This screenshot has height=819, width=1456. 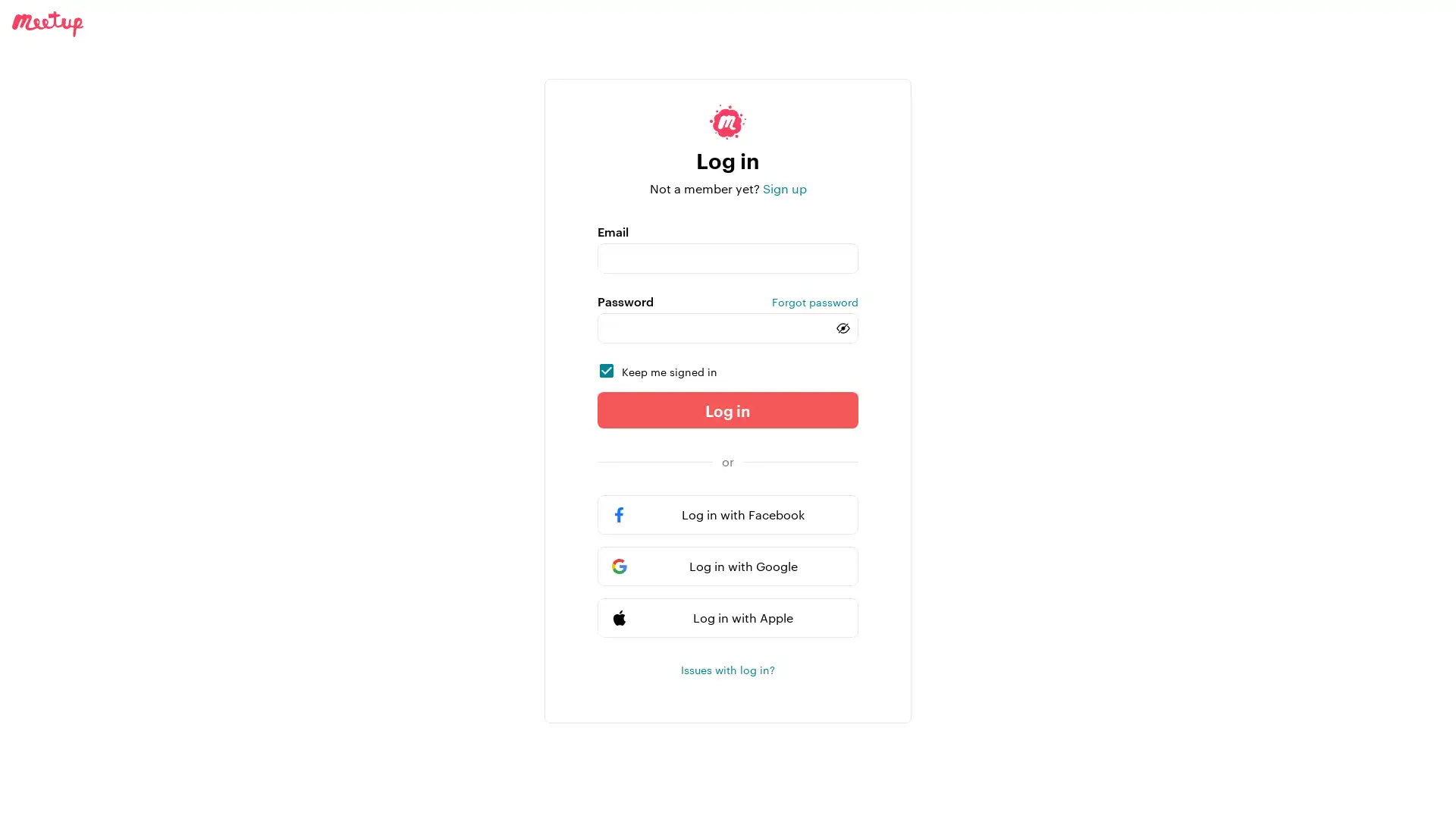 What do you see at coordinates (728, 566) in the screenshot?
I see `Log in with Google` at bounding box center [728, 566].